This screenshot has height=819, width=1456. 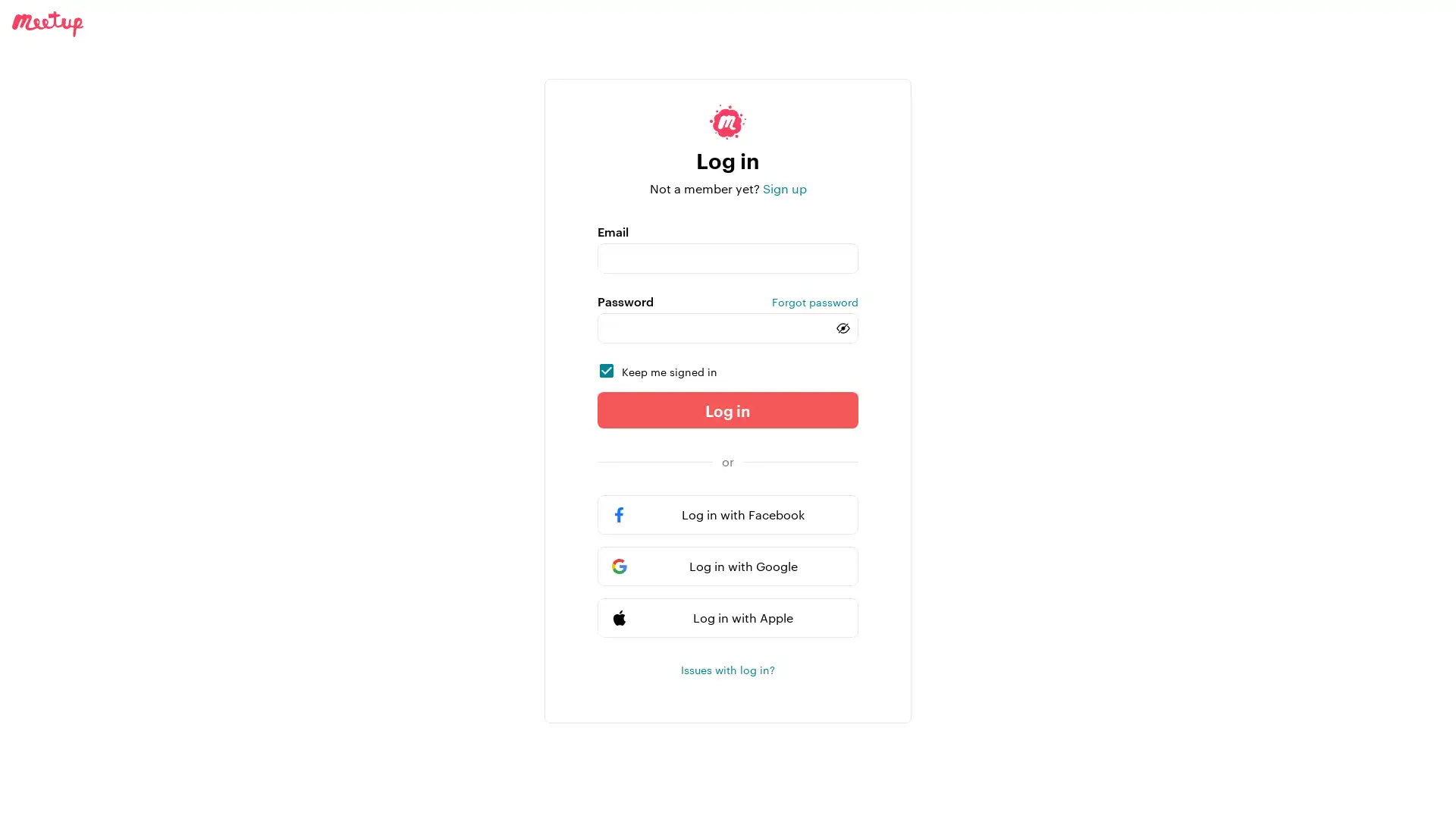 What do you see at coordinates (728, 566) in the screenshot?
I see `Log in with Google` at bounding box center [728, 566].